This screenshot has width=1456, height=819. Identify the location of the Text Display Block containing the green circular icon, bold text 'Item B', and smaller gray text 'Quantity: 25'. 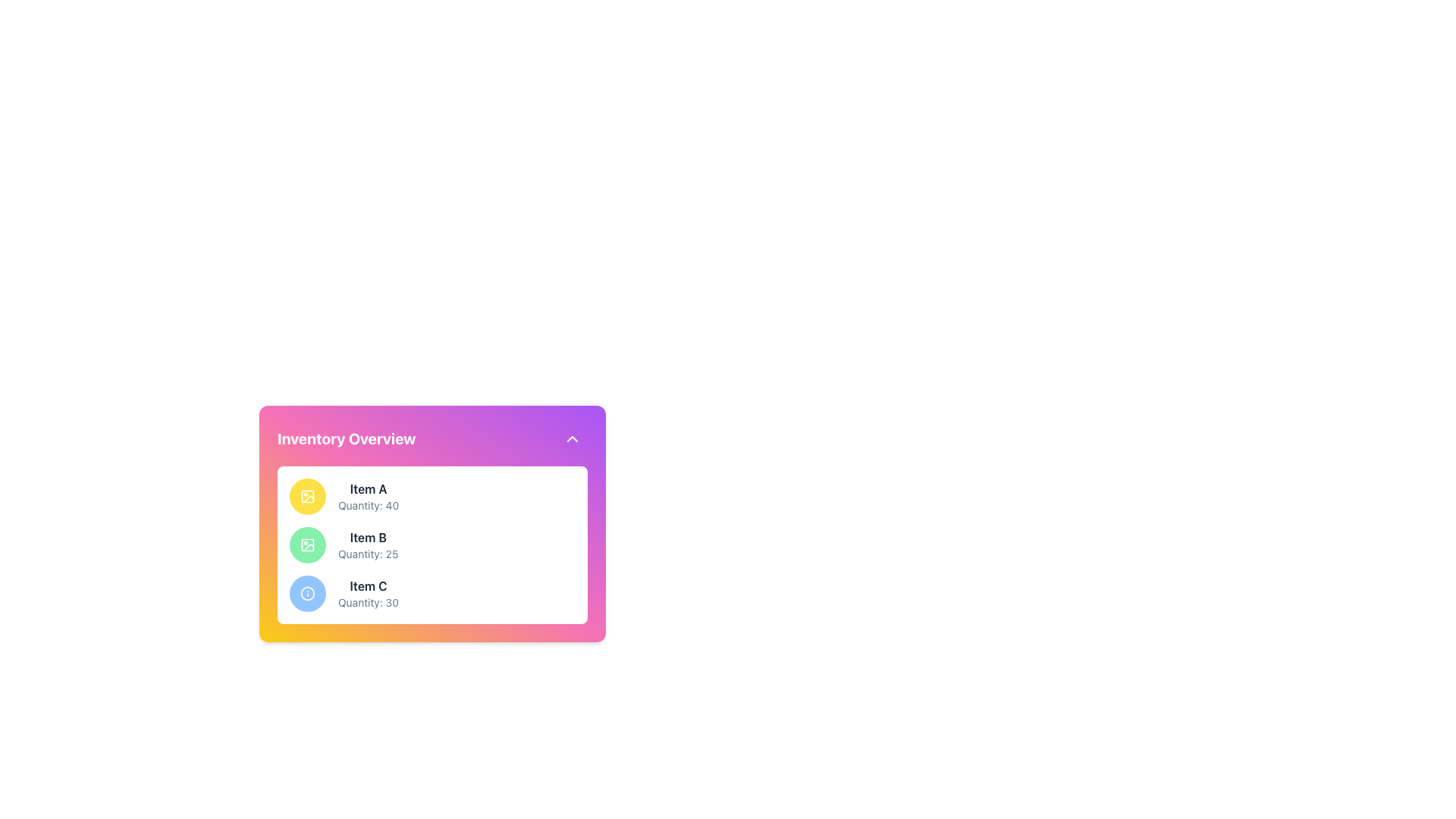
(431, 544).